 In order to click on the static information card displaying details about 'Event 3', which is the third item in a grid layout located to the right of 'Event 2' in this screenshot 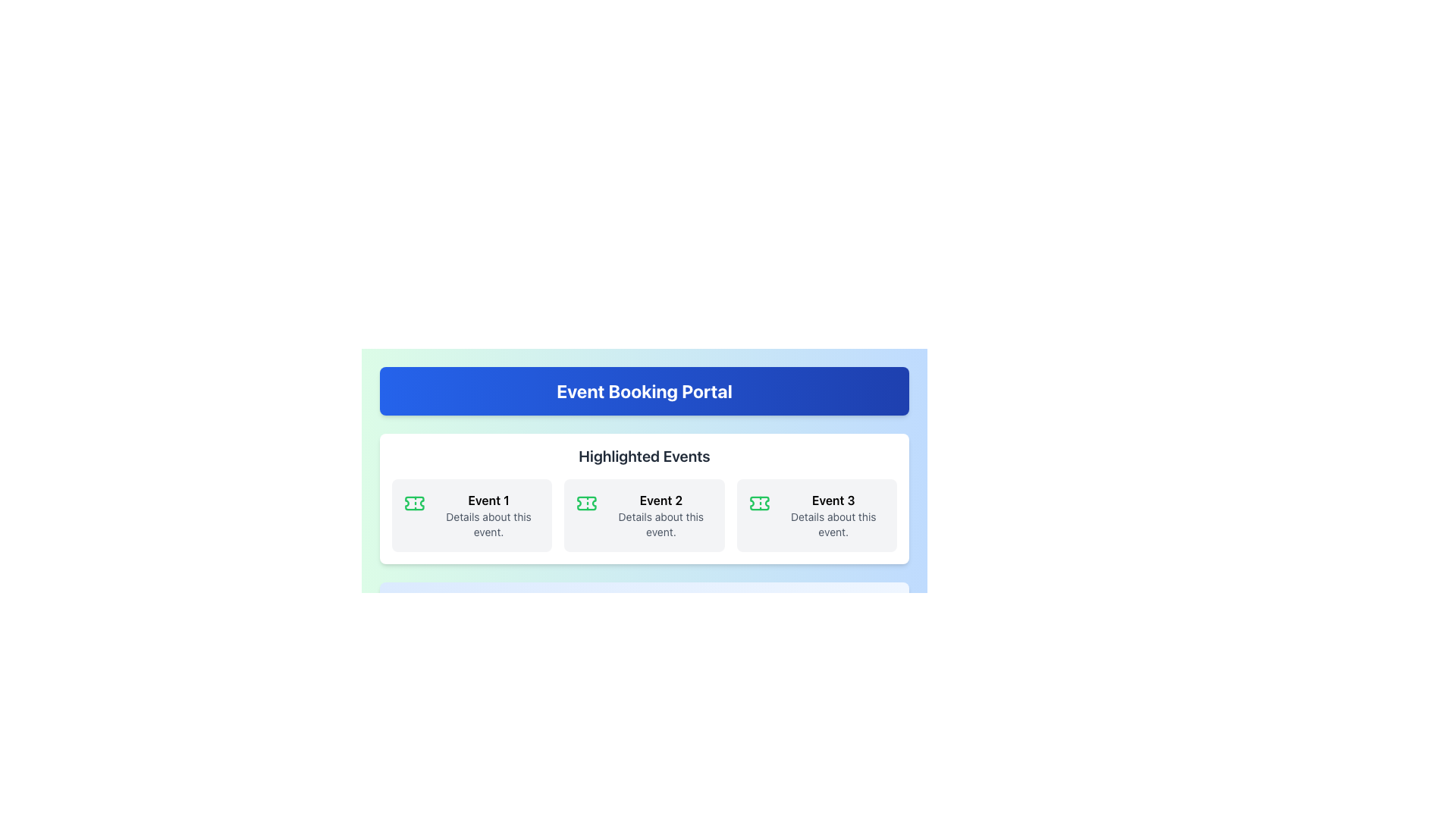, I will do `click(816, 514)`.